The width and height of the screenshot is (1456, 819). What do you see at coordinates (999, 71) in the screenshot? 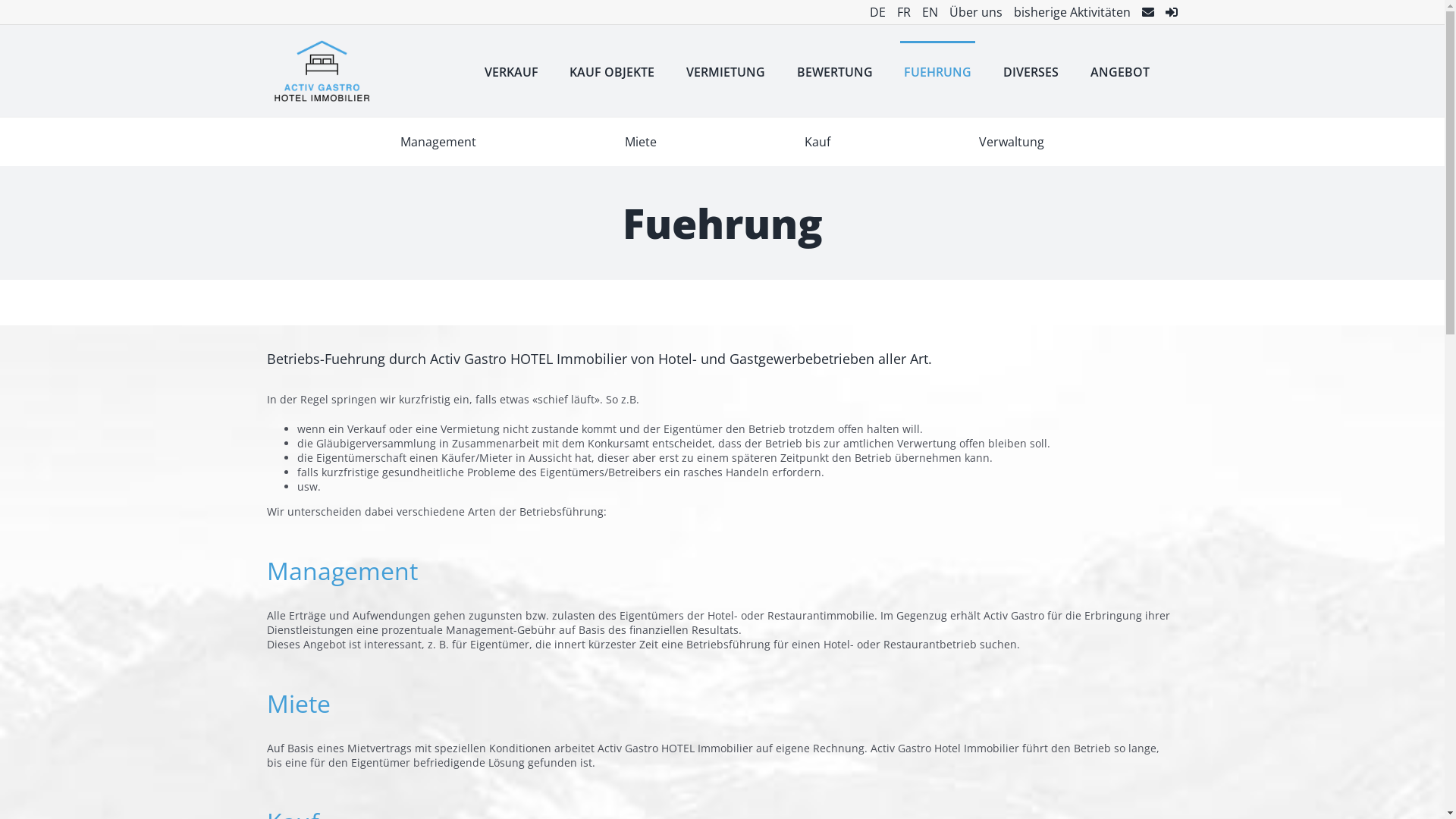
I see `'DIVERSES'` at bounding box center [999, 71].